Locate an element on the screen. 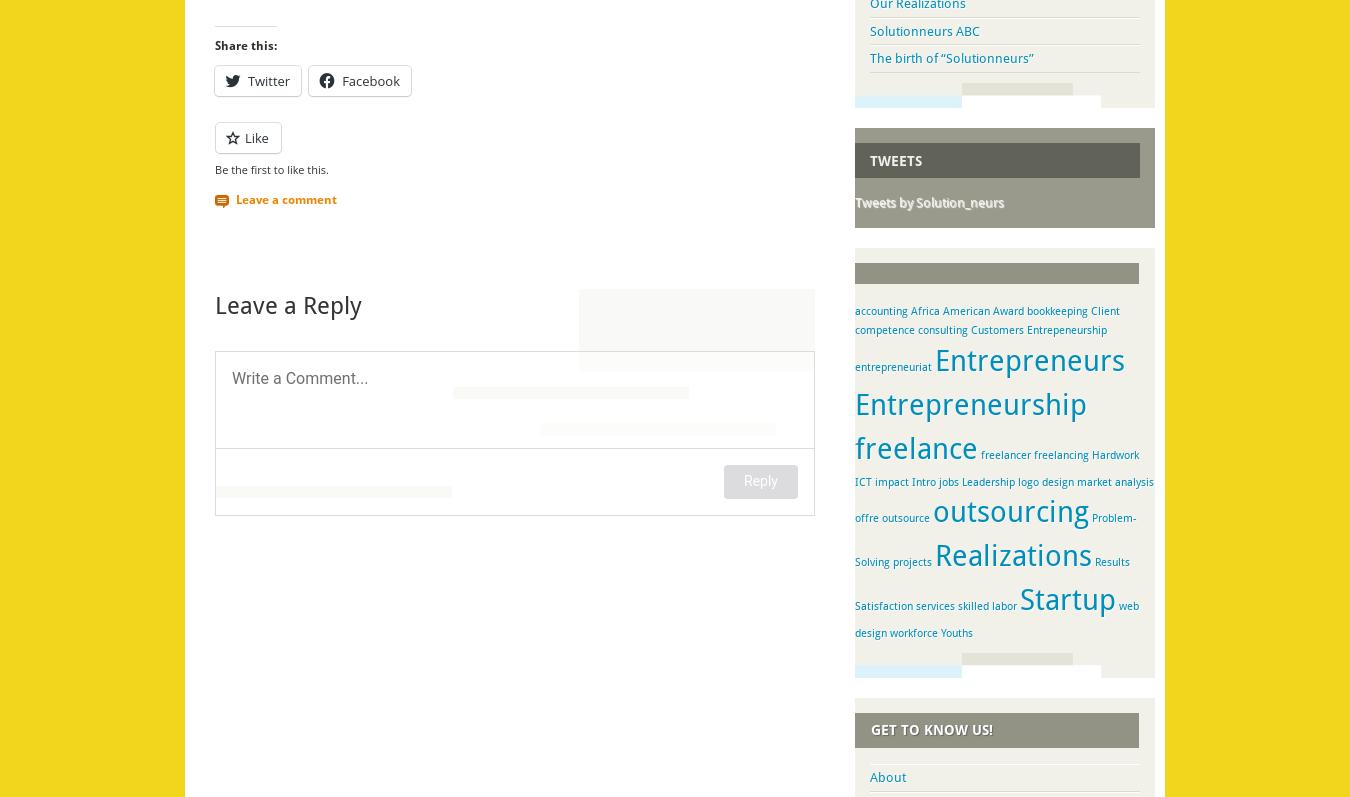 This screenshot has height=797, width=1350. 'Leave a Reply' is located at coordinates (287, 305).